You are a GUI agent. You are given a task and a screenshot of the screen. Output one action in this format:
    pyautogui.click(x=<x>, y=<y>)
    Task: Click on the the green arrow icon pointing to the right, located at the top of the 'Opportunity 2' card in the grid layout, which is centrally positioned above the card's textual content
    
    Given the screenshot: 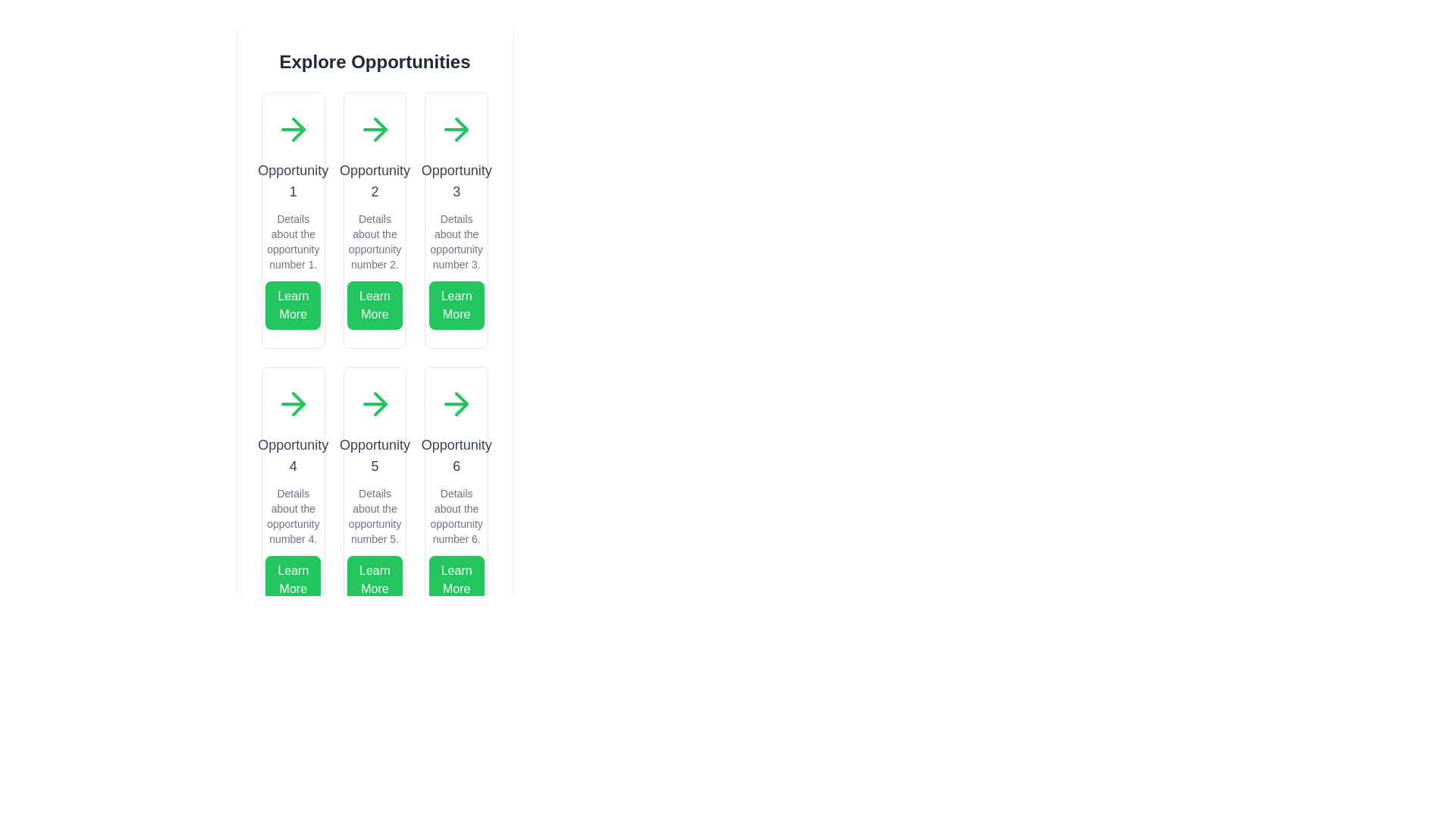 What is the action you would take?
    pyautogui.click(x=375, y=128)
    